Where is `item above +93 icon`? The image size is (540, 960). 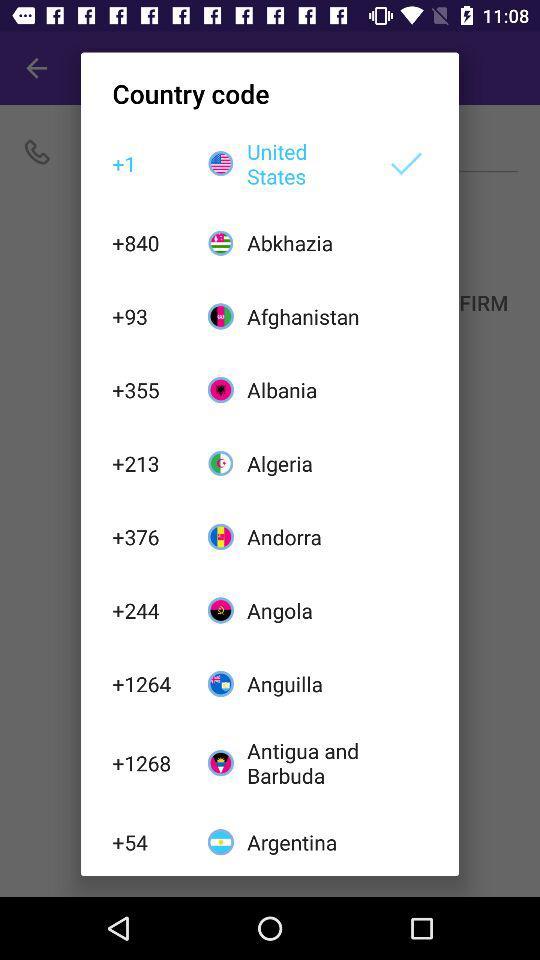
item above +93 icon is located at coordinates (148, 241).